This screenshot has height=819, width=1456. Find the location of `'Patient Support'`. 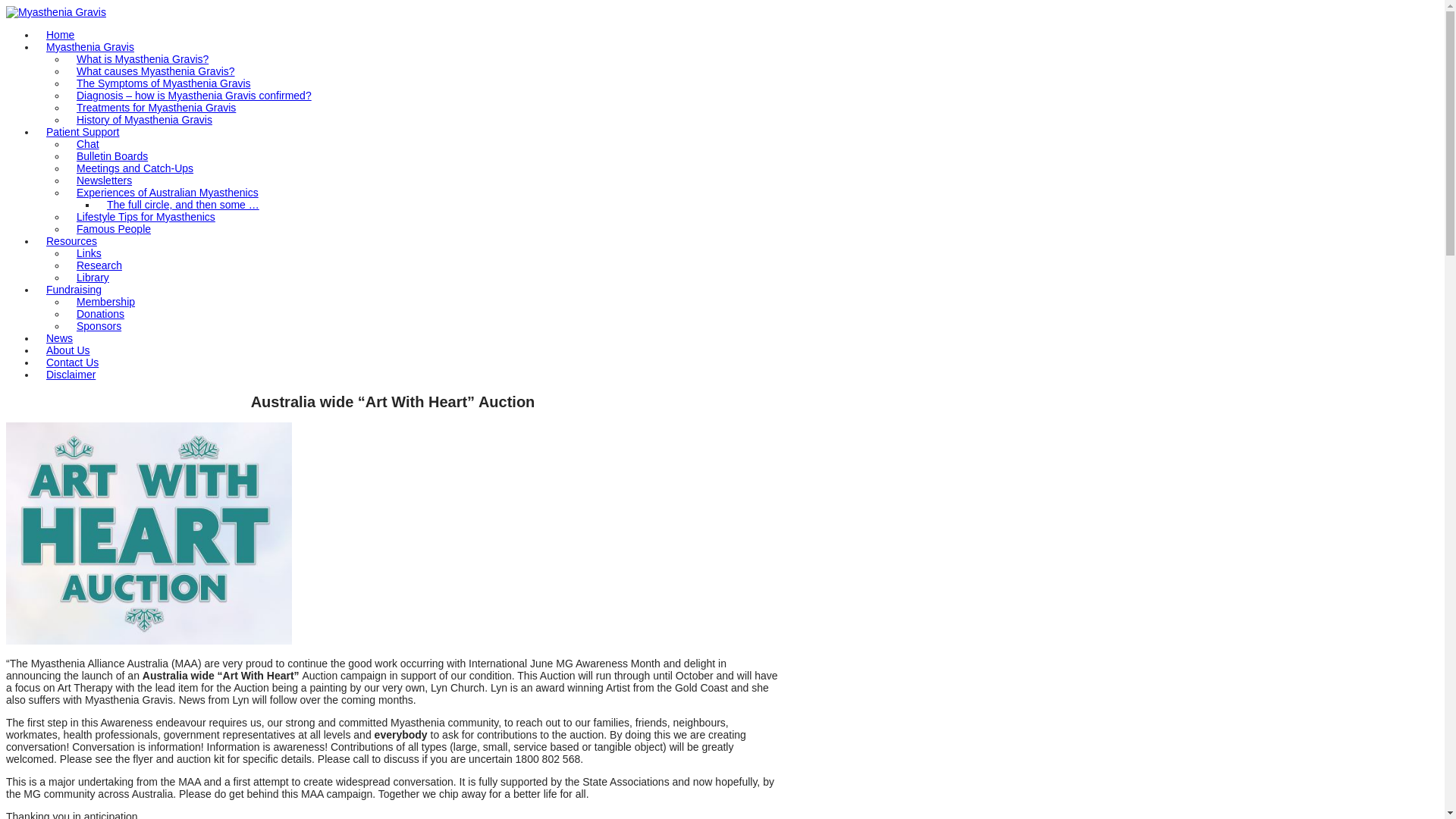

'Patient Support' is located at coordinates (82, 130).